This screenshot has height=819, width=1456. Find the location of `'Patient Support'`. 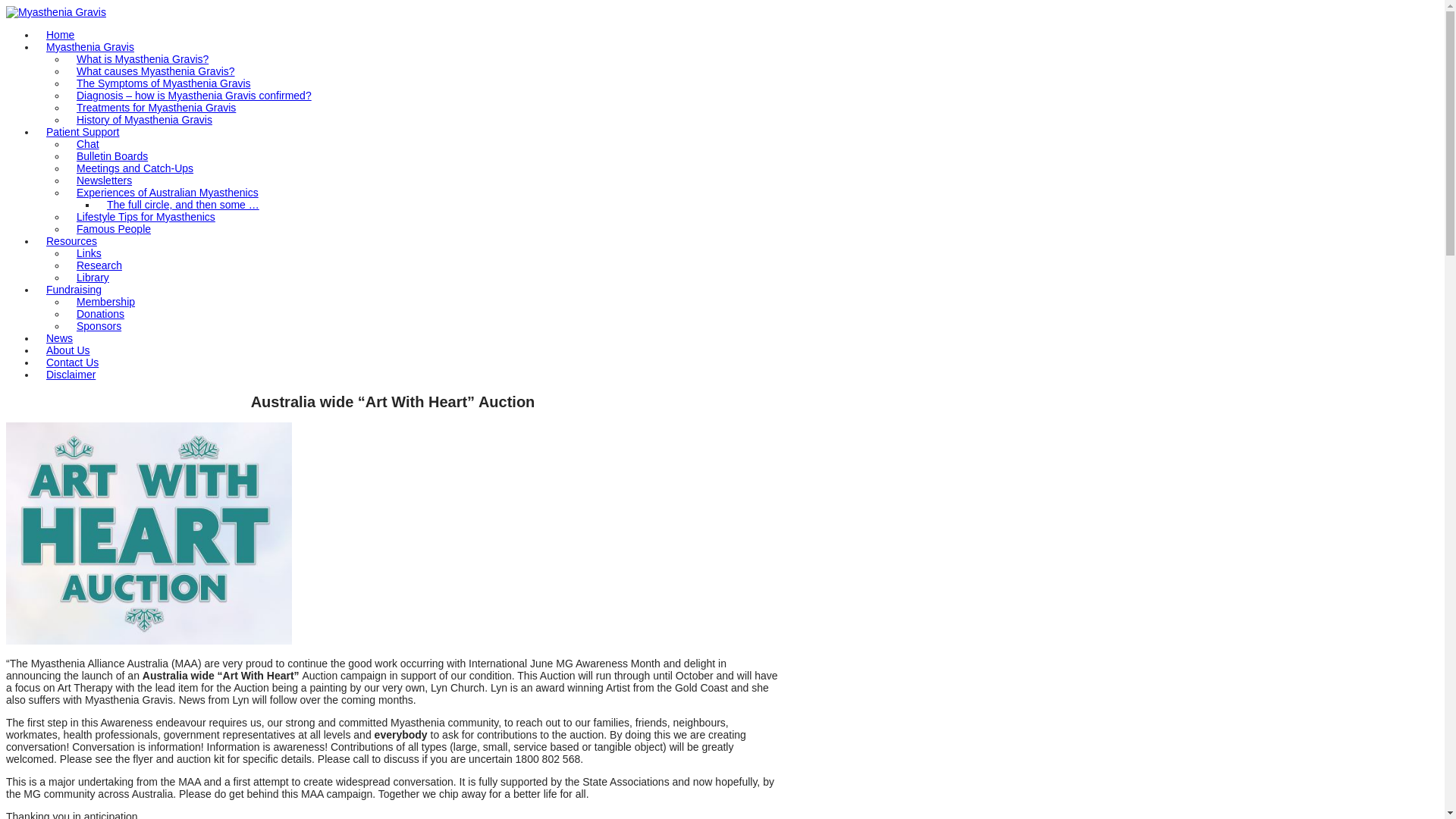

'Patient Support' is located at coordinates (82, 130).